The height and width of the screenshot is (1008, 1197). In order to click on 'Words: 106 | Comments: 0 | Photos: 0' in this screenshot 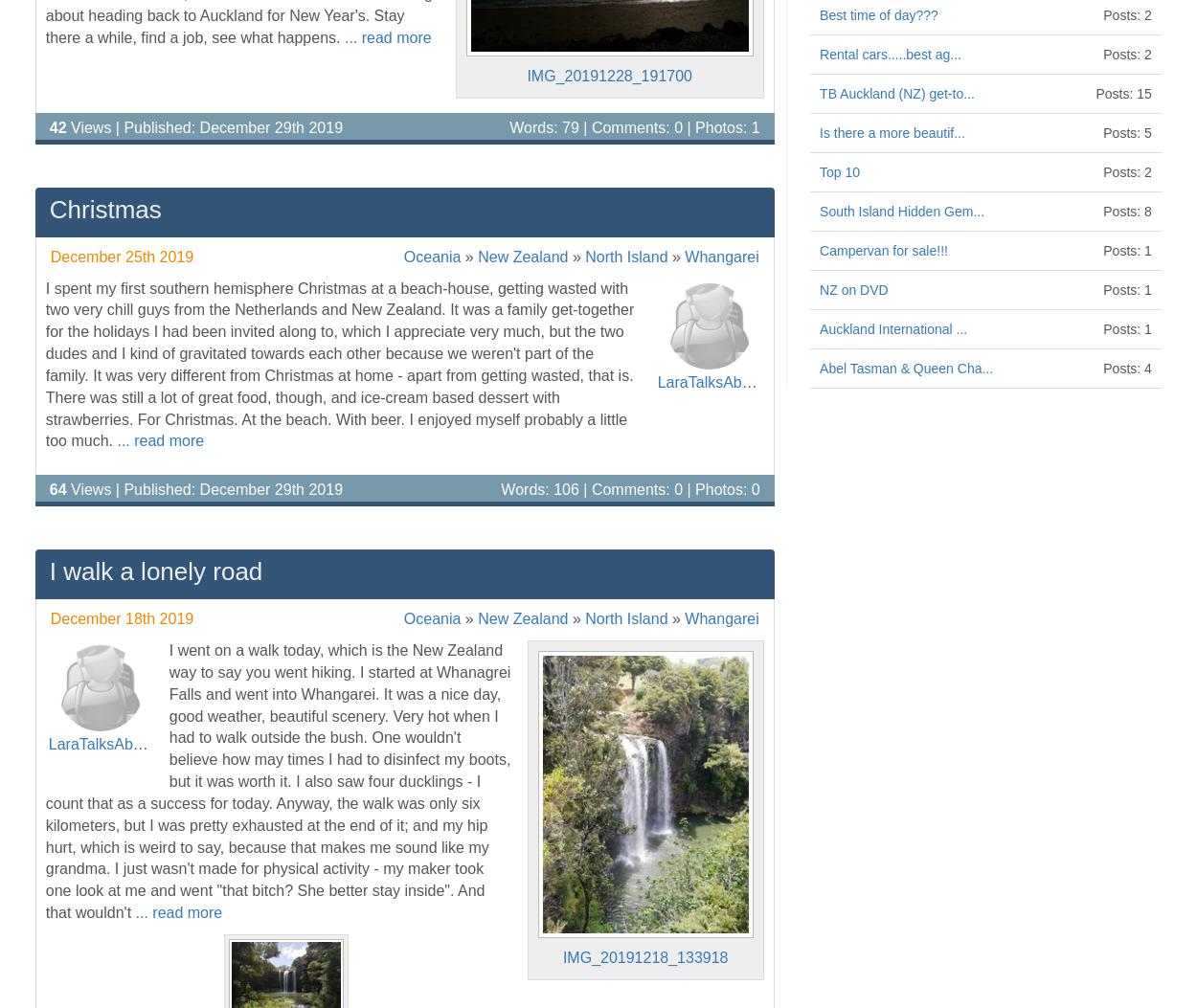, I will do `click(501, 489)`.